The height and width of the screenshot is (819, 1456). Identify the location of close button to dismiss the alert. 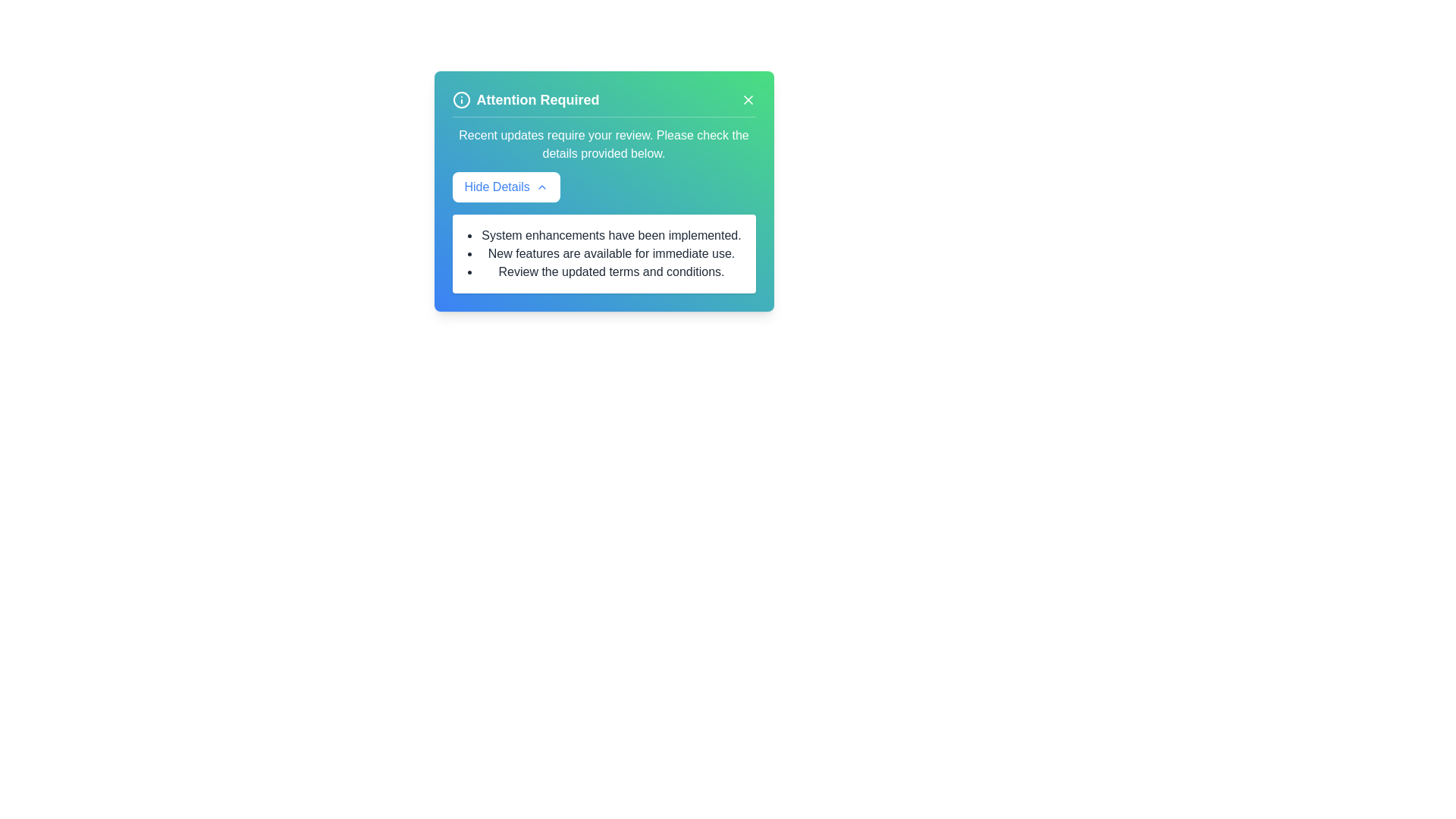
(748, 99).